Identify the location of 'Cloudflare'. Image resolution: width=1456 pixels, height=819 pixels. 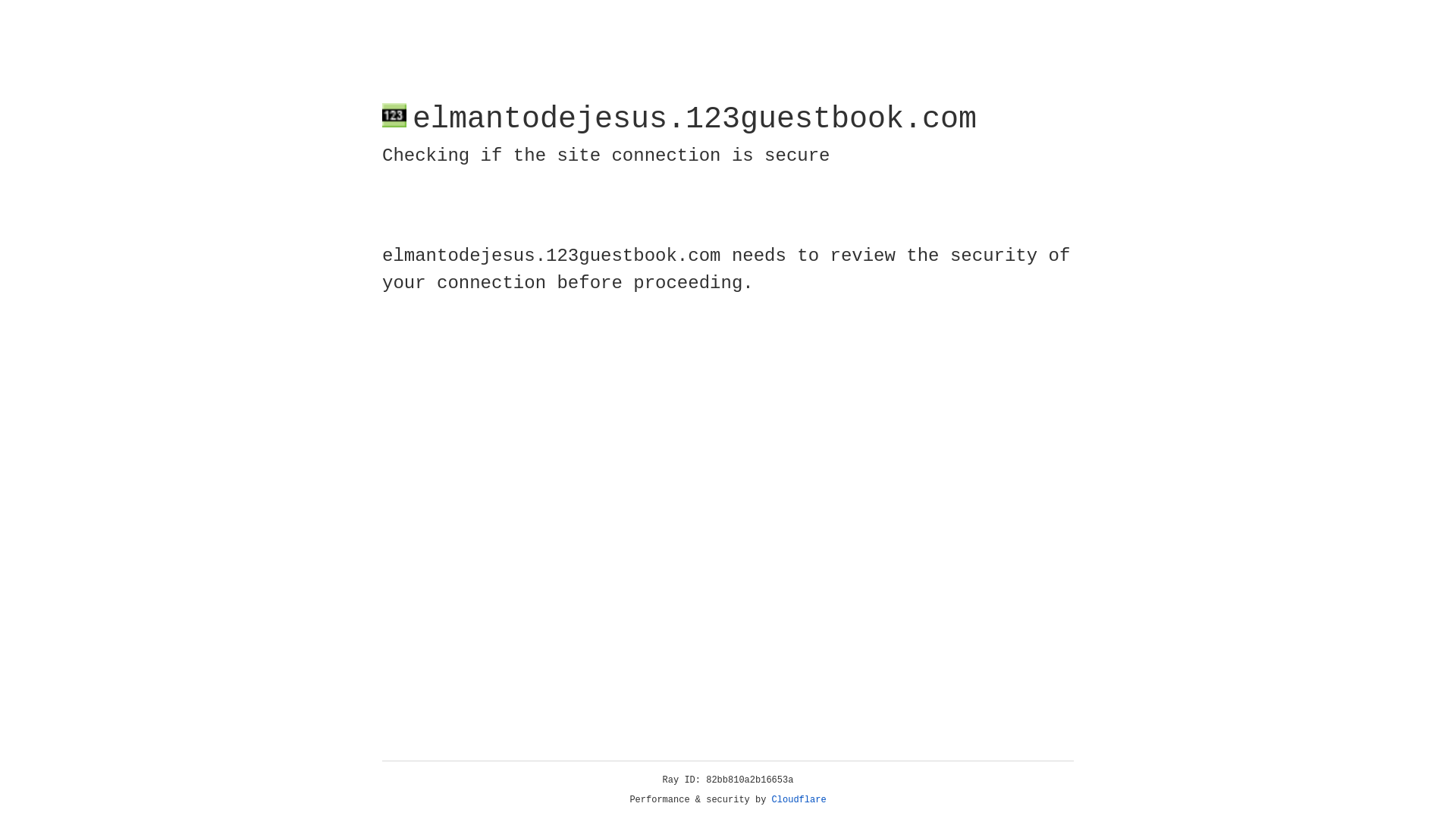
(771, 799).